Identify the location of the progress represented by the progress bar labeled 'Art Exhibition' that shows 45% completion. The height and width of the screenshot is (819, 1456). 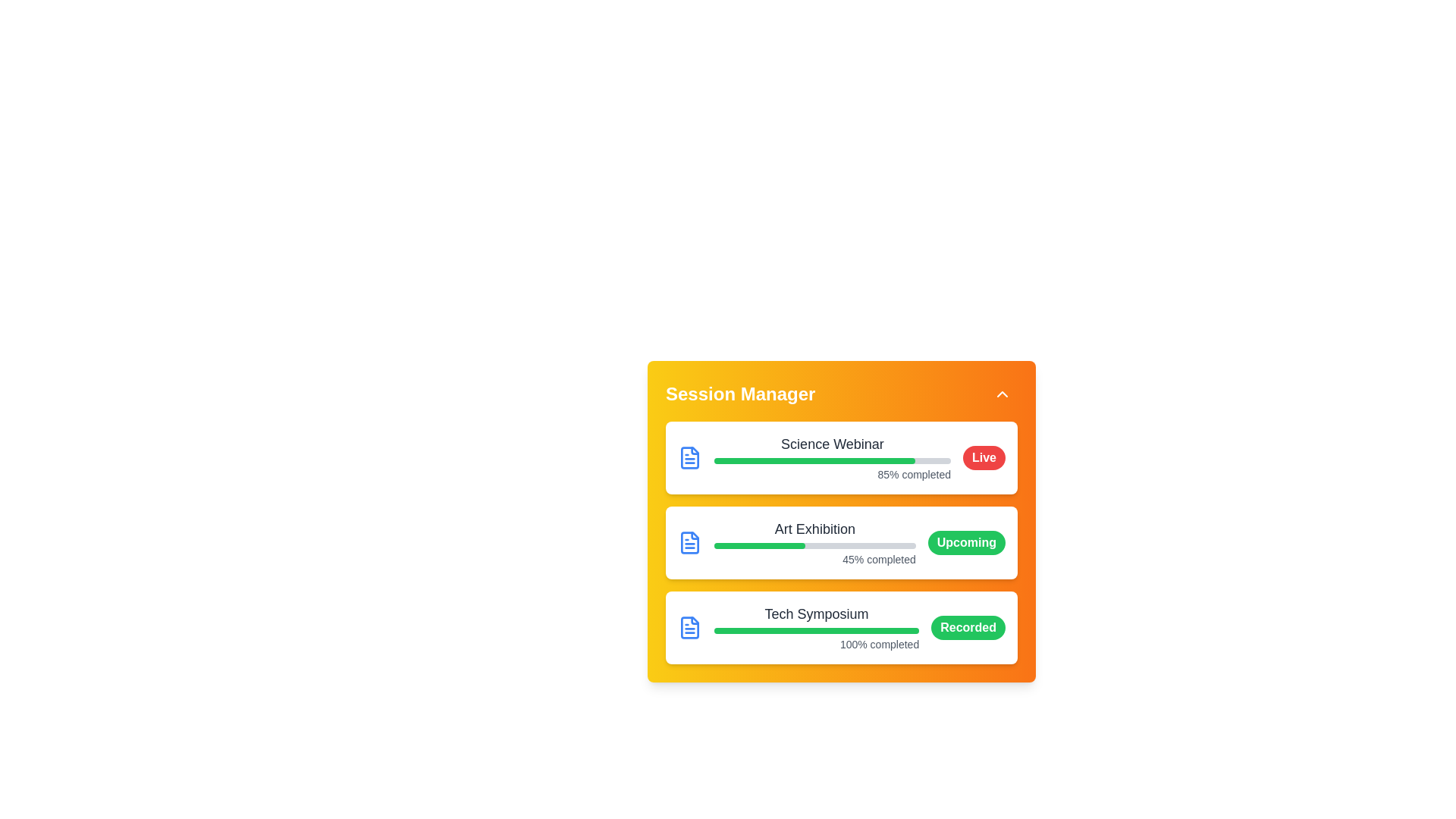
(814, 542).